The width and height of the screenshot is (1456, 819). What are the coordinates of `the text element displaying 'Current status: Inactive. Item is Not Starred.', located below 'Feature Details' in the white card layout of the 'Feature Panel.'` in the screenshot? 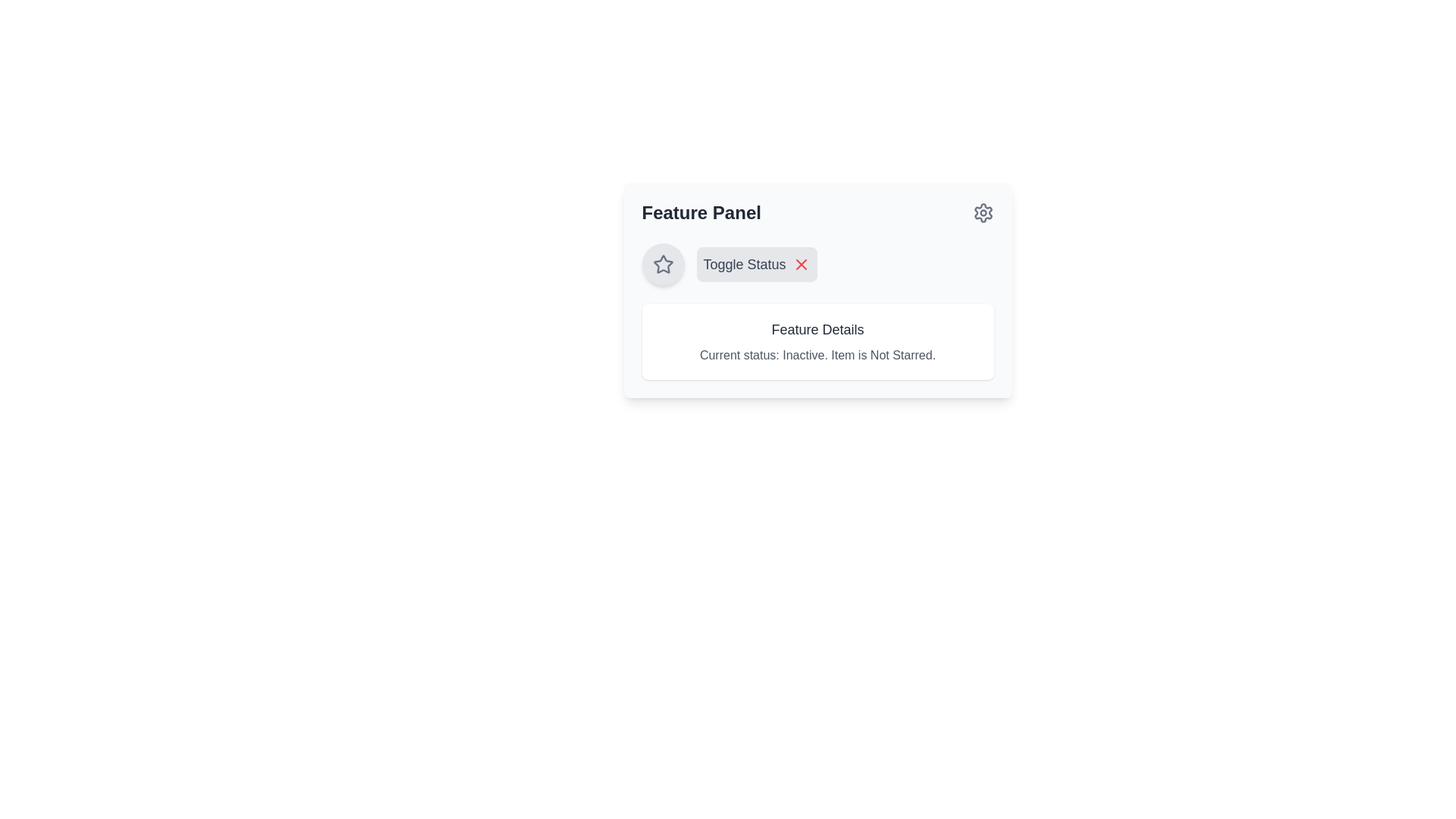 It's located at (817, 356).